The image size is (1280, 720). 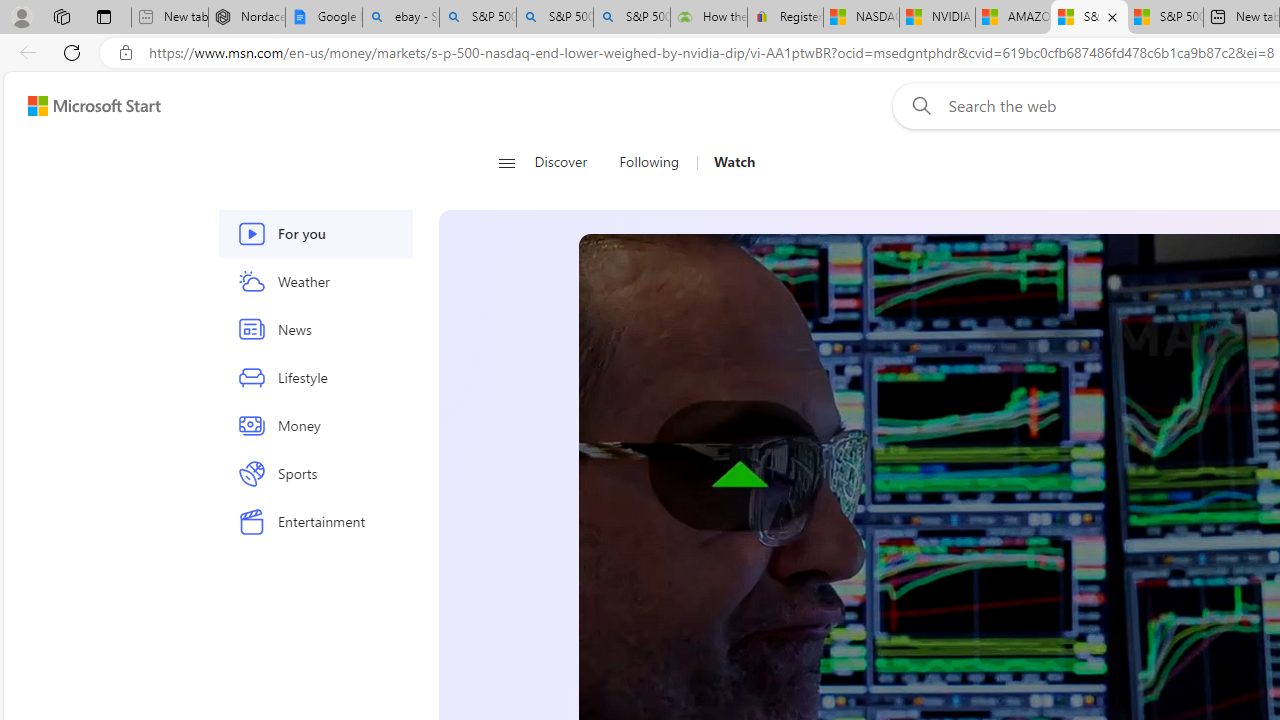 I want to click on 'Workspaces', so click(x=61, y=16).